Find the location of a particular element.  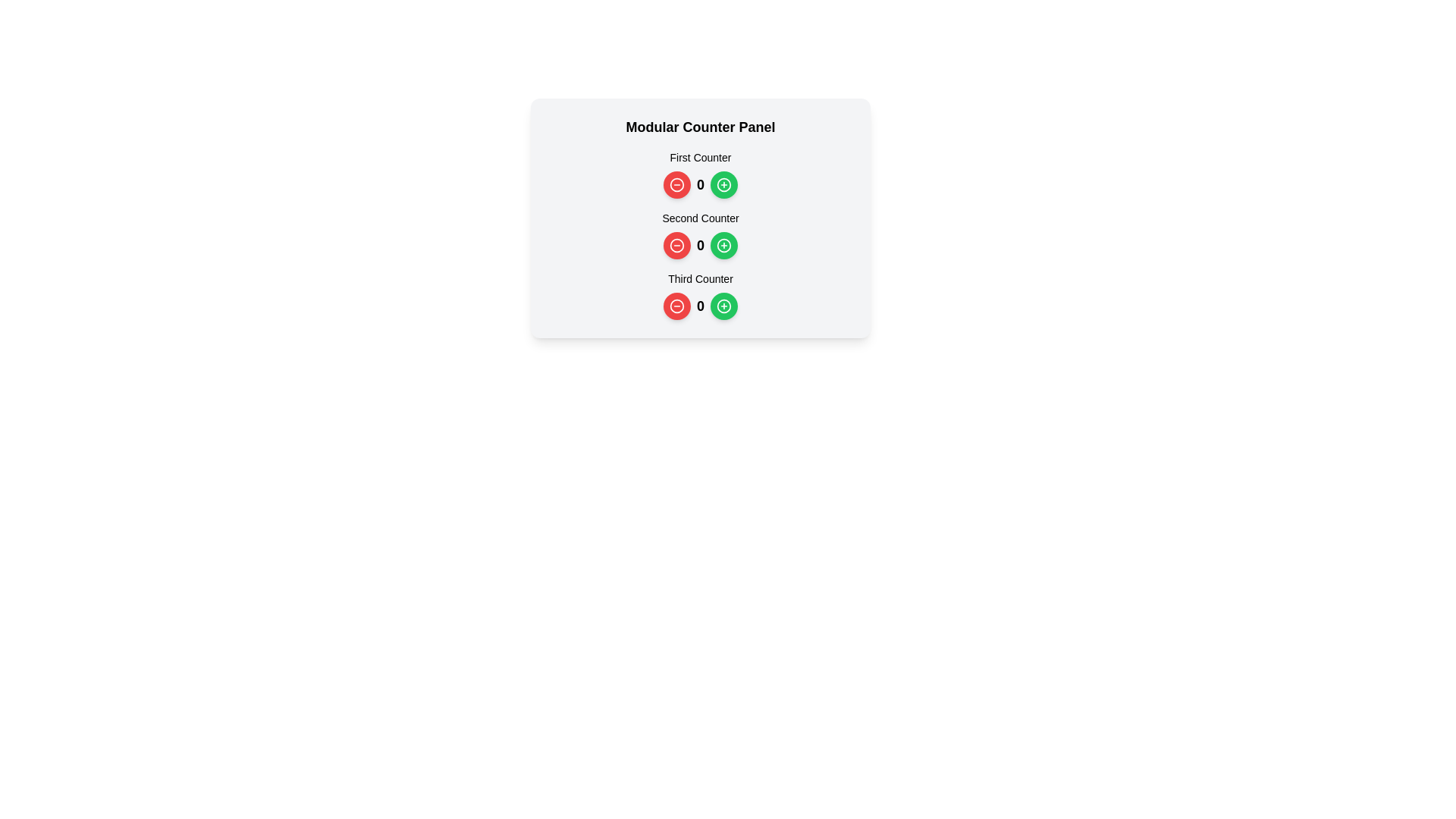

the rightmost button in the first row of controls labeled 'First Counter' is located at coordinates (723, 184).